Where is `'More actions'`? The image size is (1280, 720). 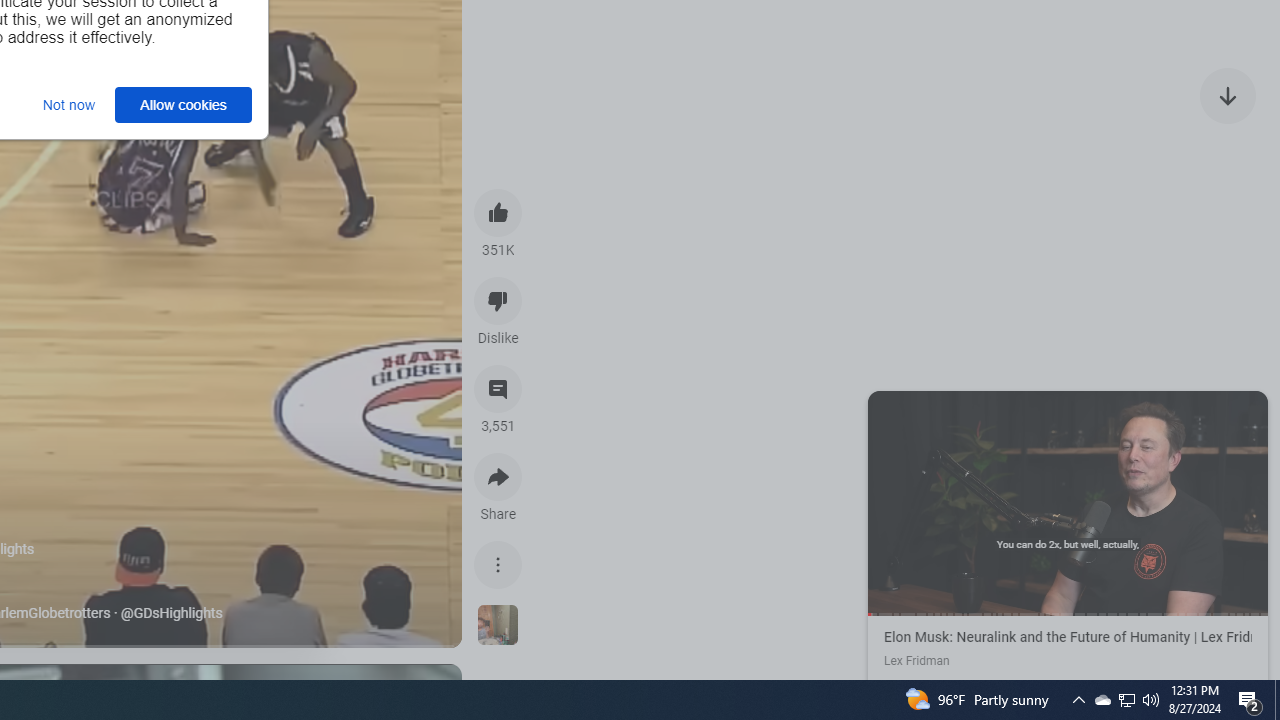 'More actions' is located at coordinates (498, 564).